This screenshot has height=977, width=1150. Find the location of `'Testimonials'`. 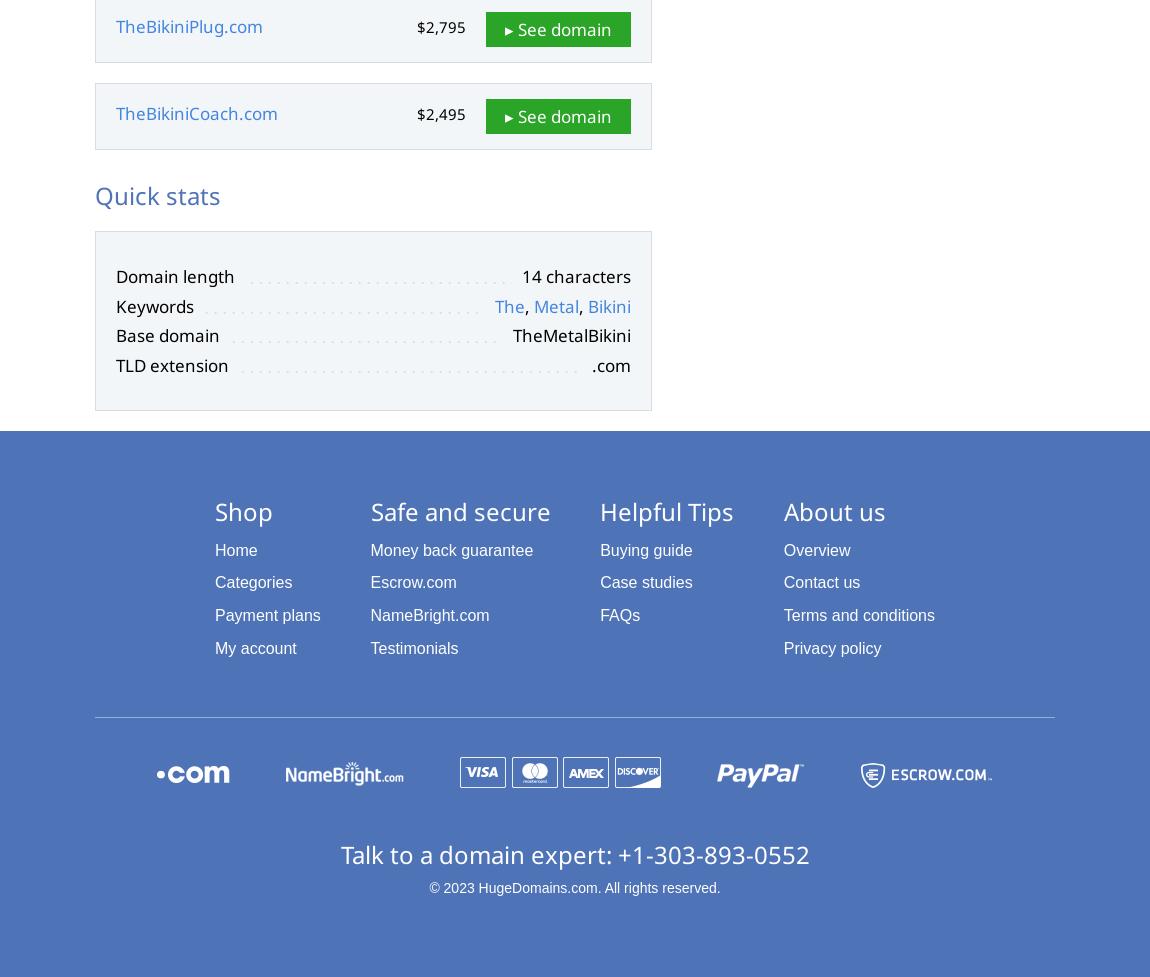

'Testimonials' is located at coordinates (414, 646).